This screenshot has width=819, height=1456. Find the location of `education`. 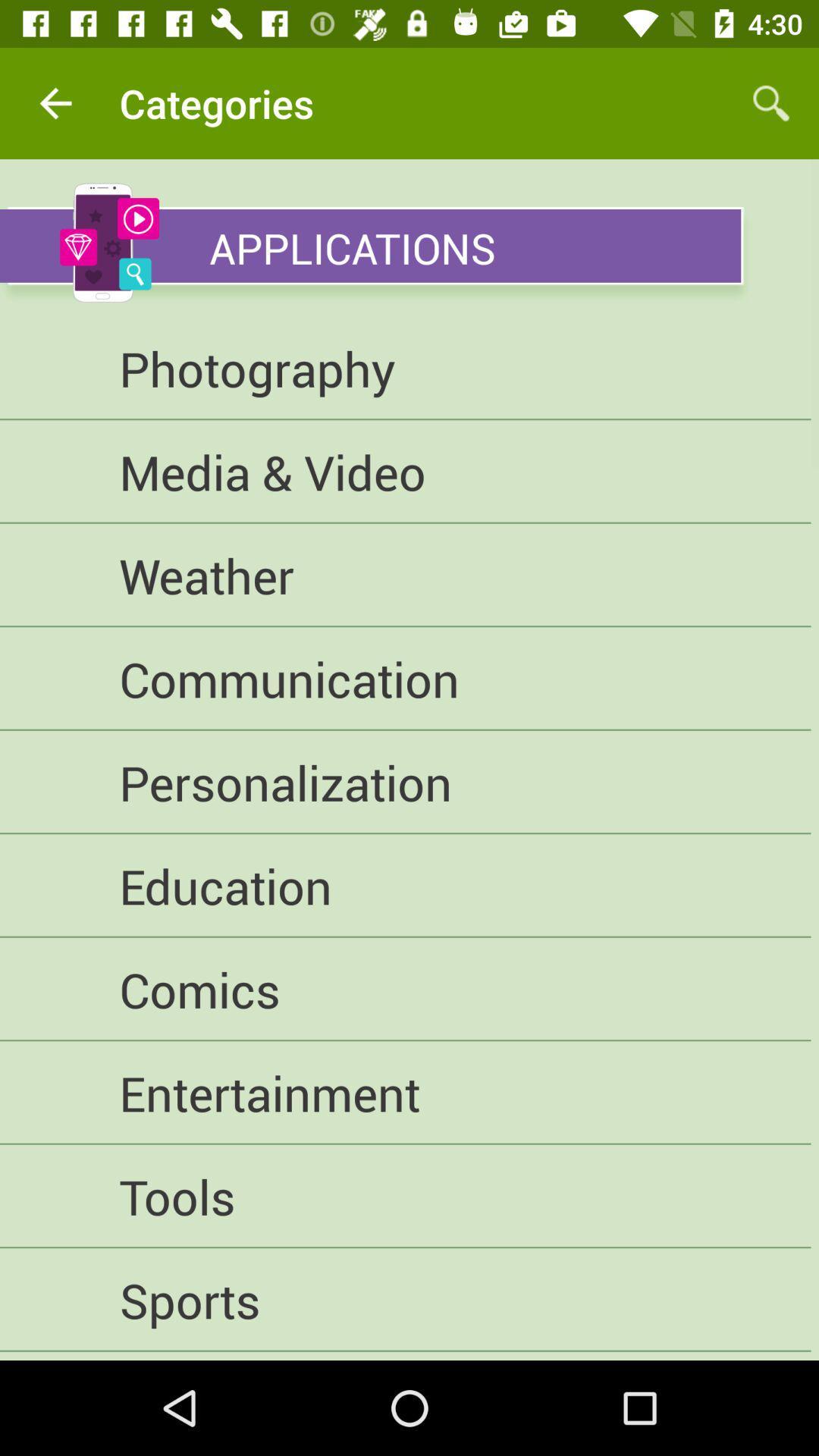

education is located at coordinates (404, 886).